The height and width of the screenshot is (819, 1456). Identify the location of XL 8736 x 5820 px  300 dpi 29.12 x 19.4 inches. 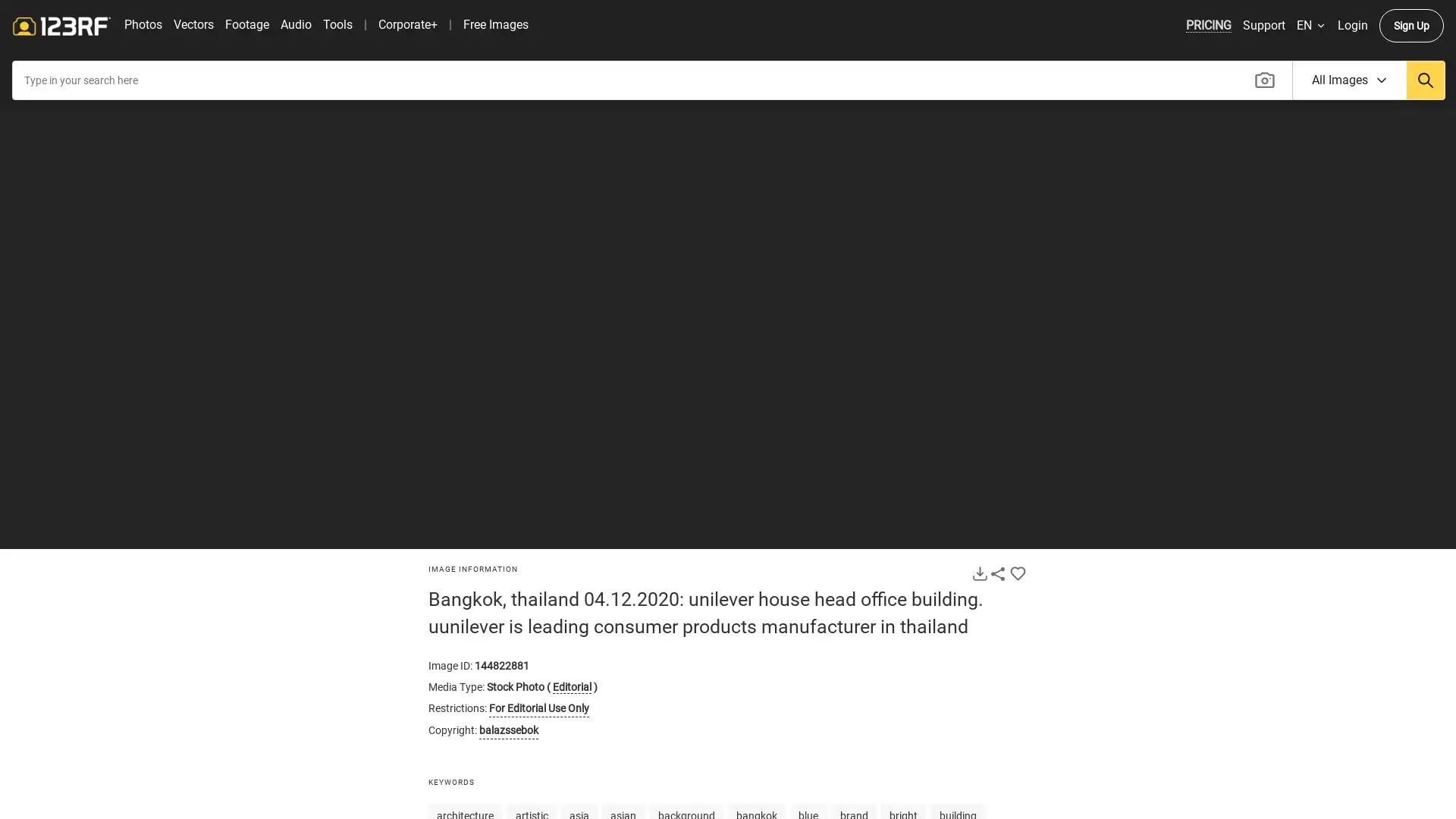
(1342, 435).